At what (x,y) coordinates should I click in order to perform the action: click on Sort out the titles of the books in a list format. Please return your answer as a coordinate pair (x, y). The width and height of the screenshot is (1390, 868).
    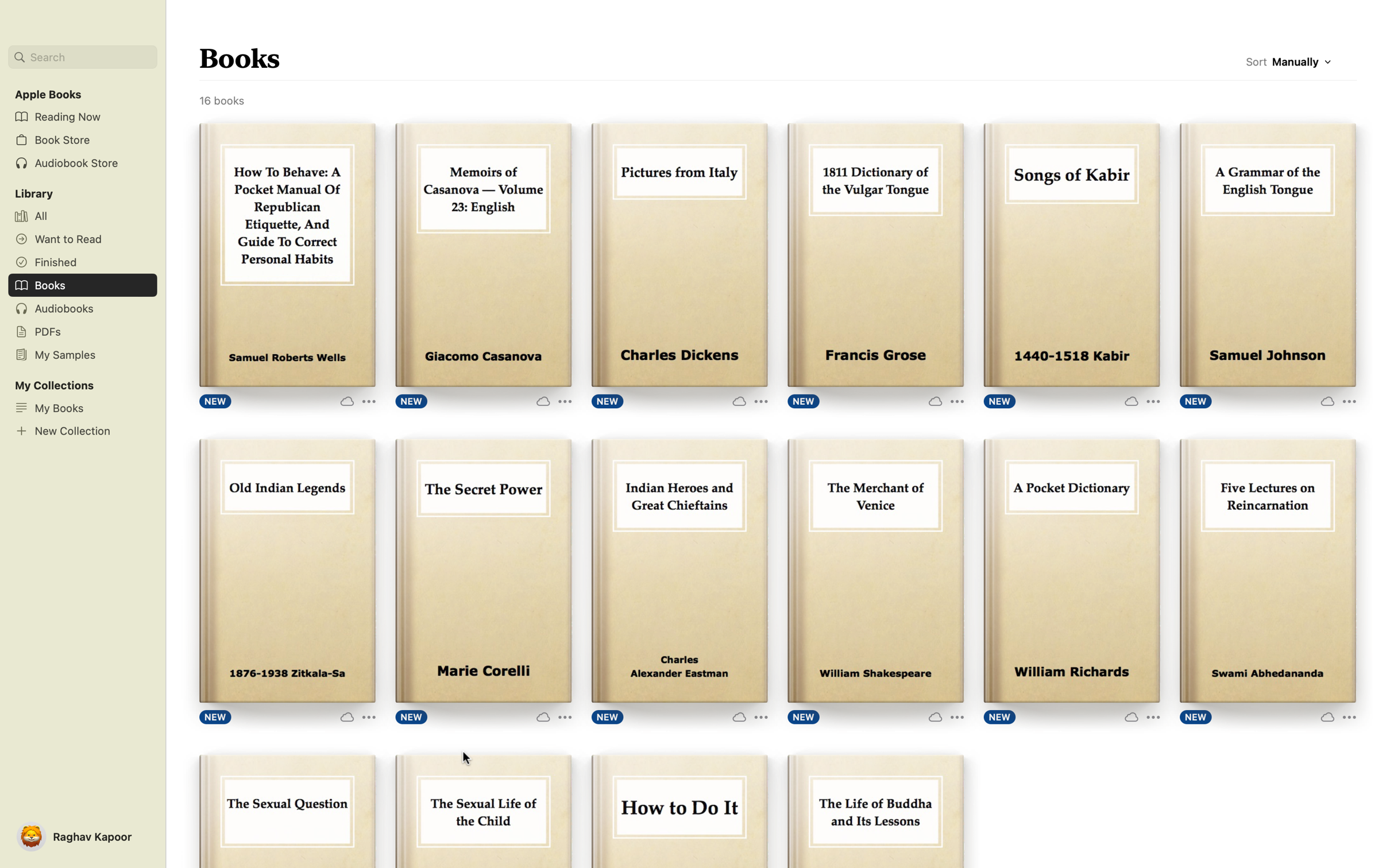
    Looking at the image, I should click on (1303, 64).